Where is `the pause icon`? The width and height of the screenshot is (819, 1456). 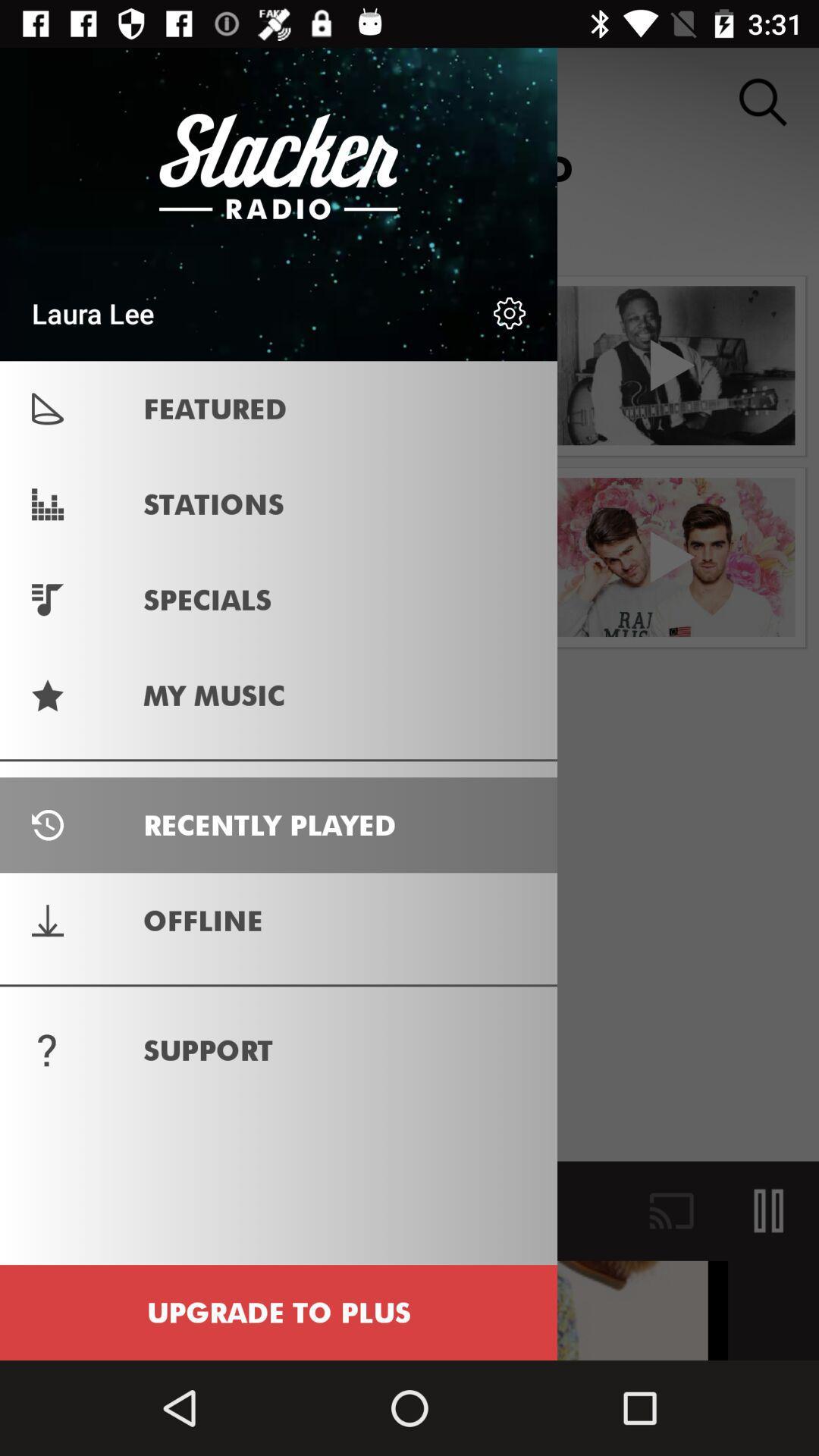
the pause icon is located at coordinates (769, 1210).